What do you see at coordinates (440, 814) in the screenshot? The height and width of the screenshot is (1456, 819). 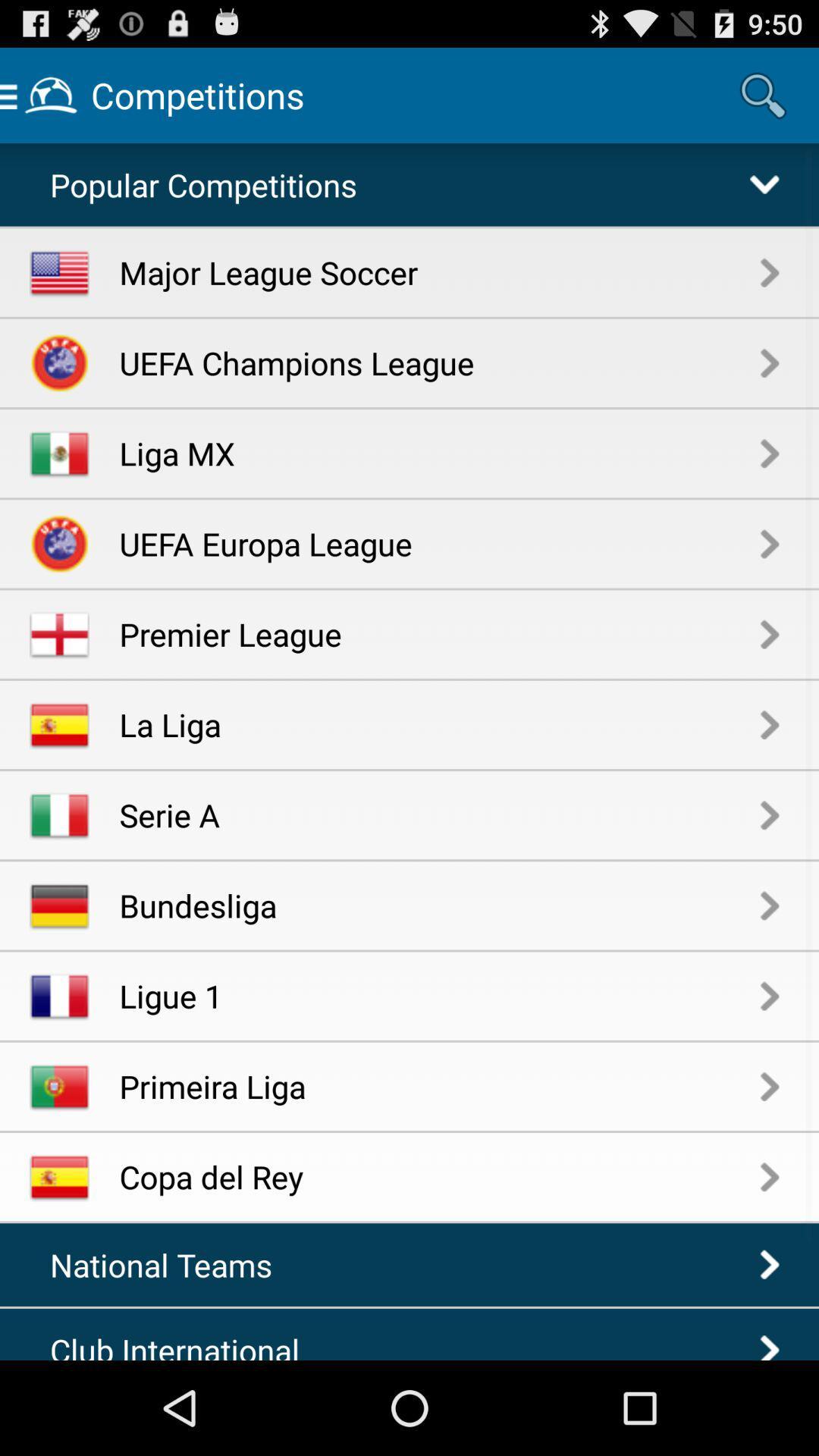 I see `item above the bundesliga app` at bounding box center [440, 814].